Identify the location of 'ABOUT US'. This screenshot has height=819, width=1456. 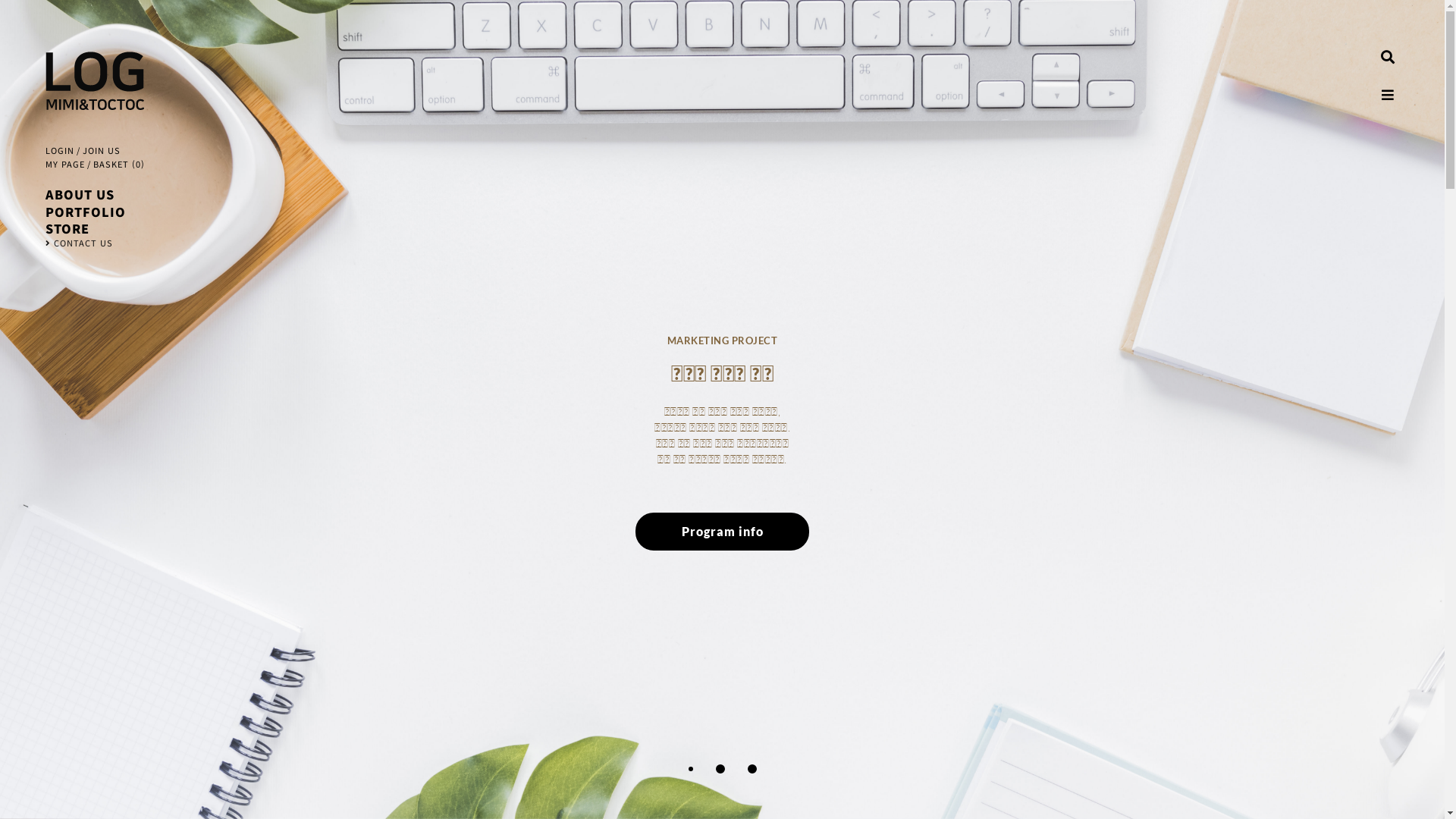
(93, 193).